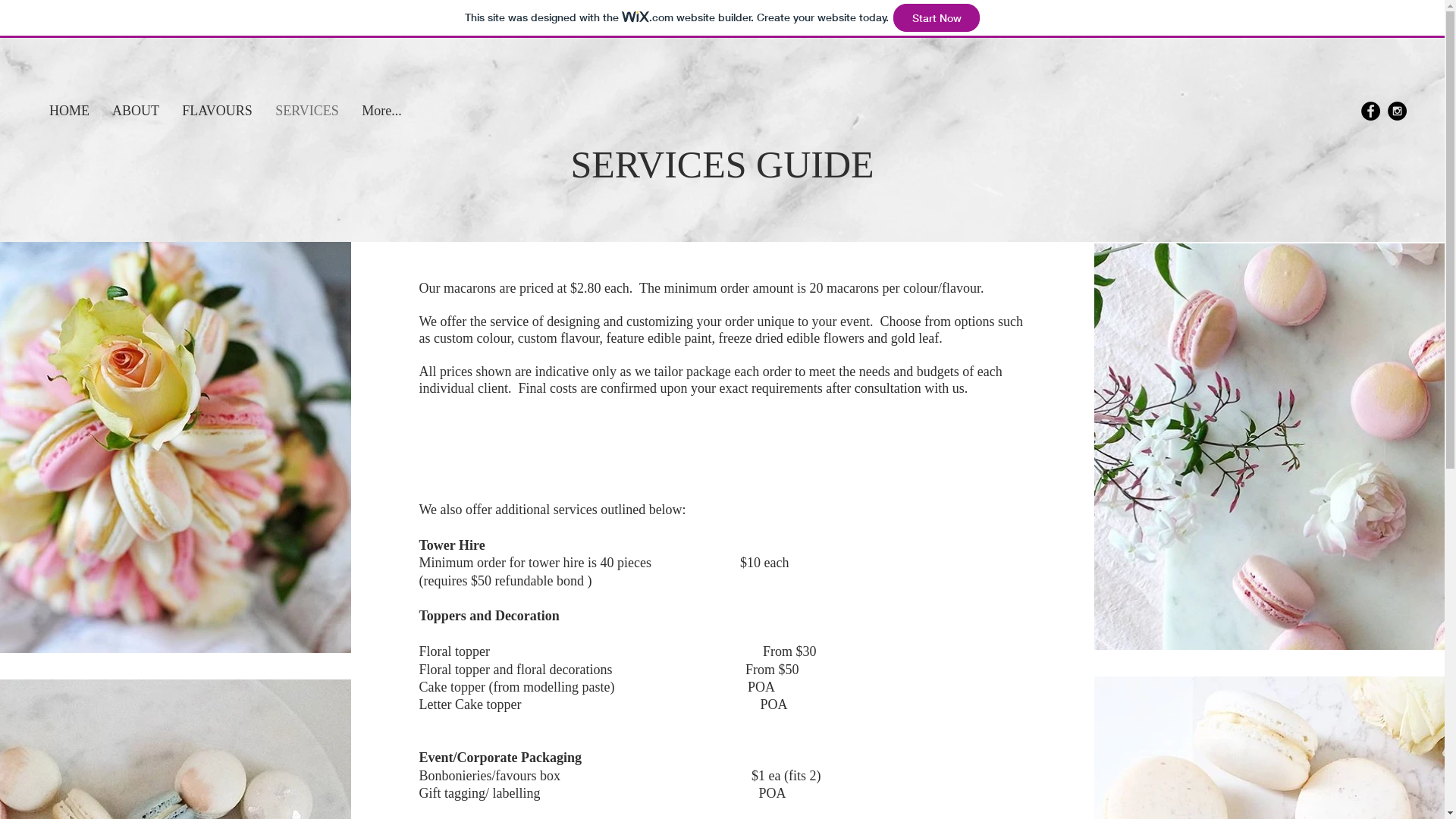  What do you see at coordinates (306, 110) in the screenshot?
I see `'SERVICES'` at bounding box center [306, 110].